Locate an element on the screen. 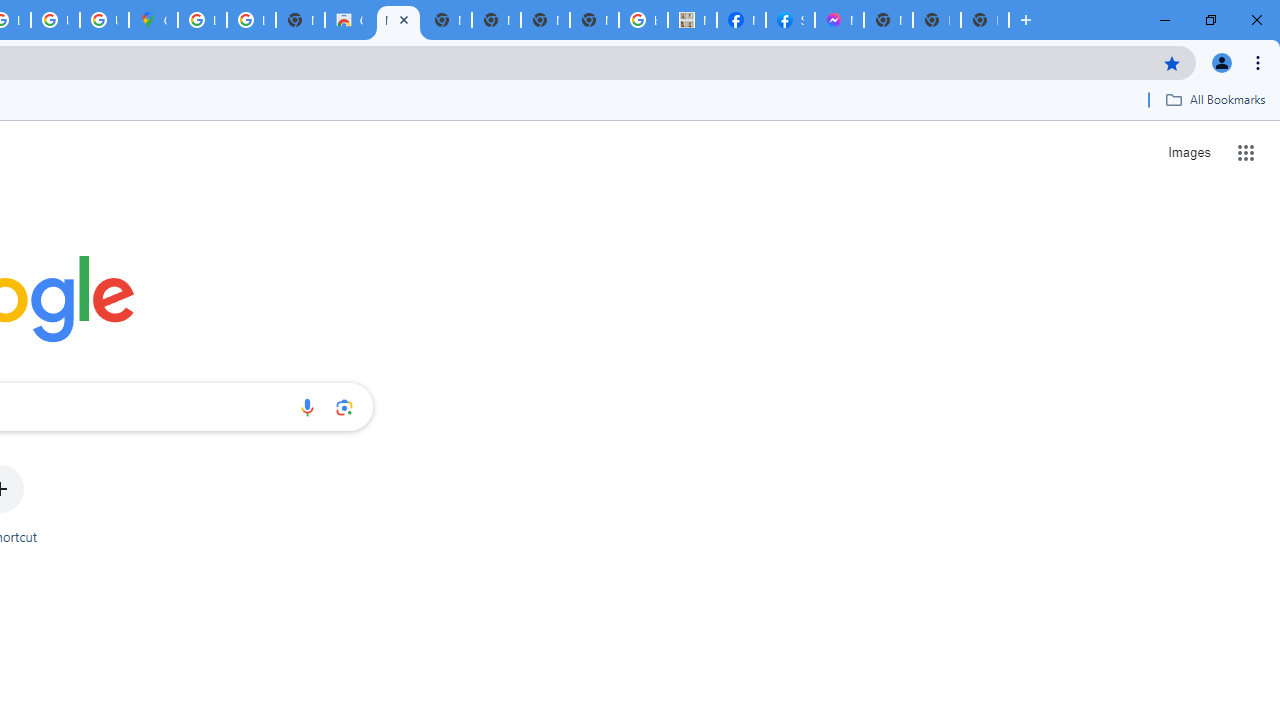 This screenshot has width=1280, height=720. 'Sign Up for Facebook' is located at coordinates (789, 20).